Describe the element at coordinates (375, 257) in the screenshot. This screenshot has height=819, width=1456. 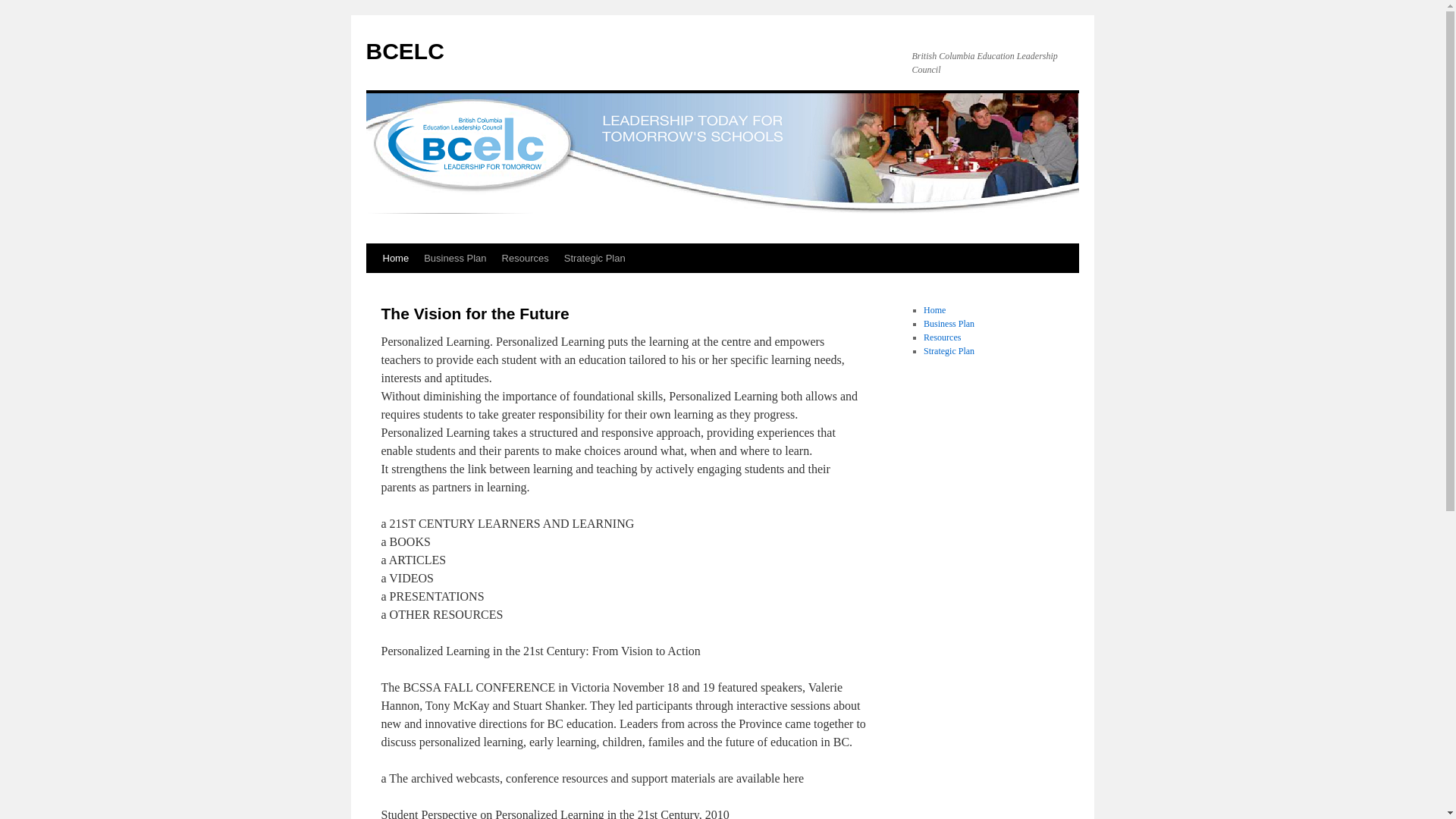
I see `'Home'` at that location.